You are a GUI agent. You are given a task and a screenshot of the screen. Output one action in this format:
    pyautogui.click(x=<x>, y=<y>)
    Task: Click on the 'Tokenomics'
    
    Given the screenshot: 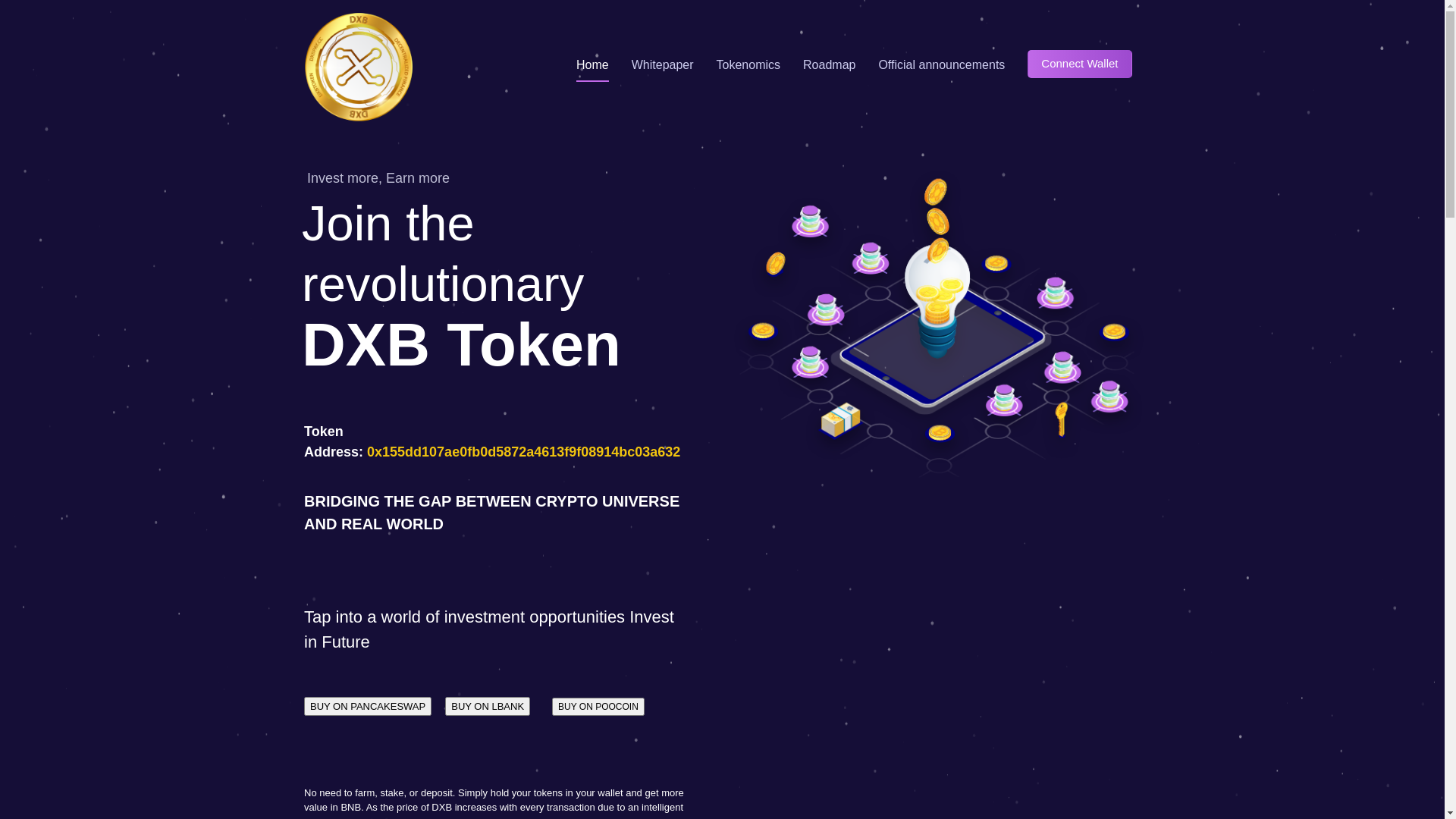 What is the action you would take?
    pyautogui.click(x=748, y=65)
    